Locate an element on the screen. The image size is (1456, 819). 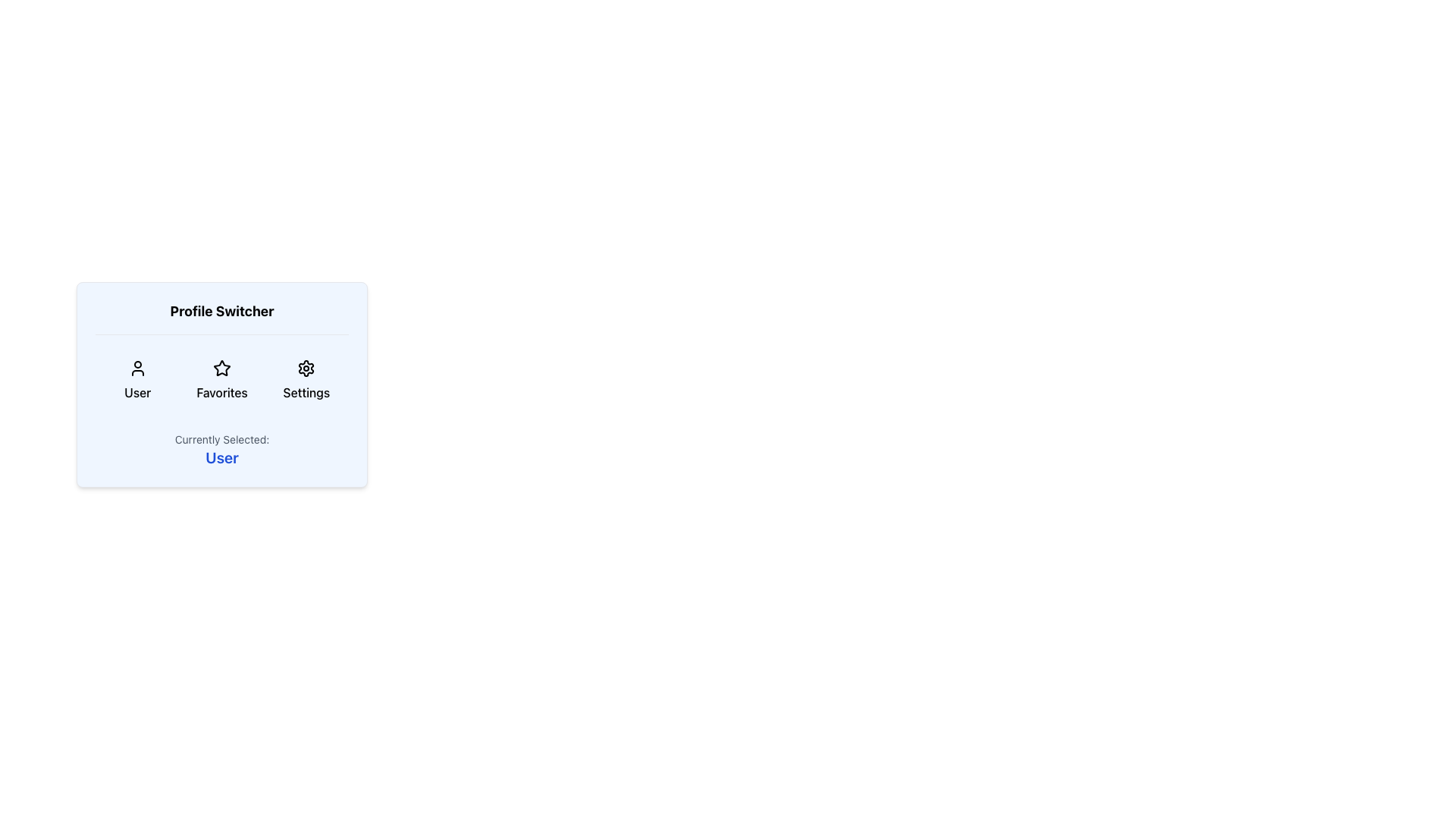
the static text display element that indicates the currently selected profile in the 'Profile Switcher' interface, located below the 'Currently Selected:' label is located at coordinates (221, 457).